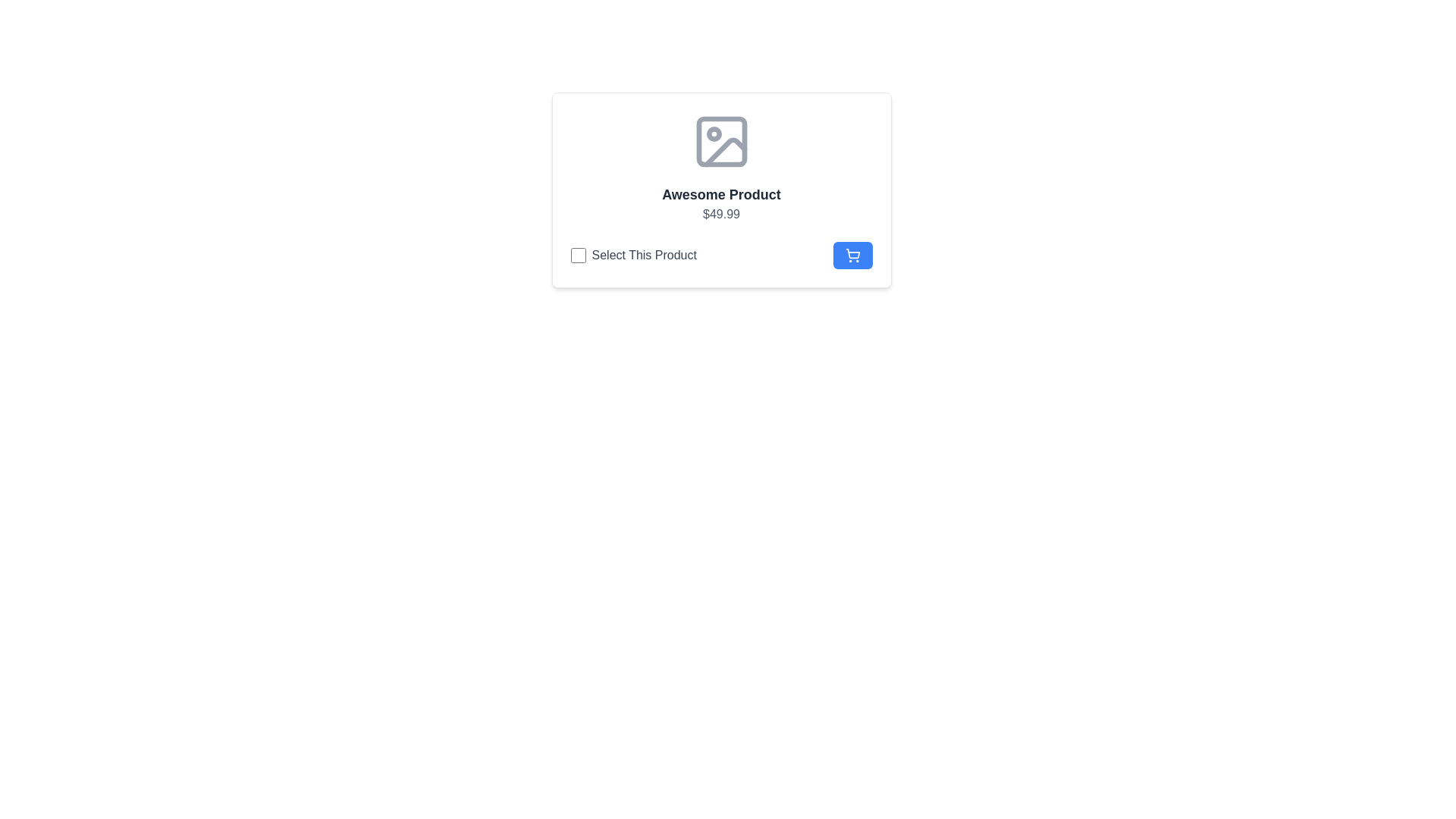 The width and height of the screenshot is (1456, 819). I want to click on the text label displaying the value '$49.99', which is aligned centrally below the bold title 'Awesome Product', so click(720, 214).